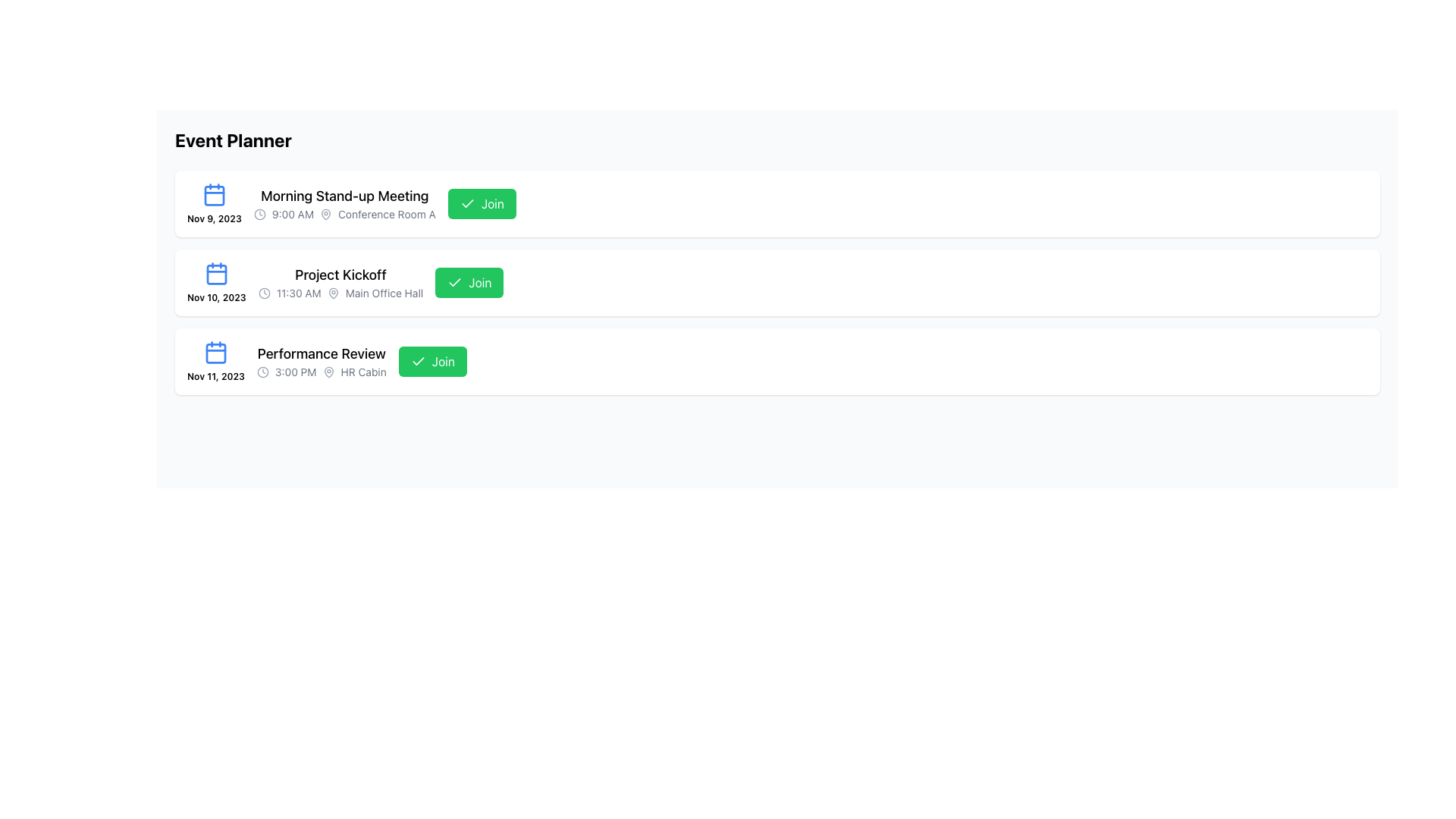  What do you see at coordinates (215, 275) in the screenshot?
I see `the SVG graphical shape of the calendar icon located on the left side of the entry labeled 'Nov 11, 2023 Performance Review.'` at bounding box center [215, 275].